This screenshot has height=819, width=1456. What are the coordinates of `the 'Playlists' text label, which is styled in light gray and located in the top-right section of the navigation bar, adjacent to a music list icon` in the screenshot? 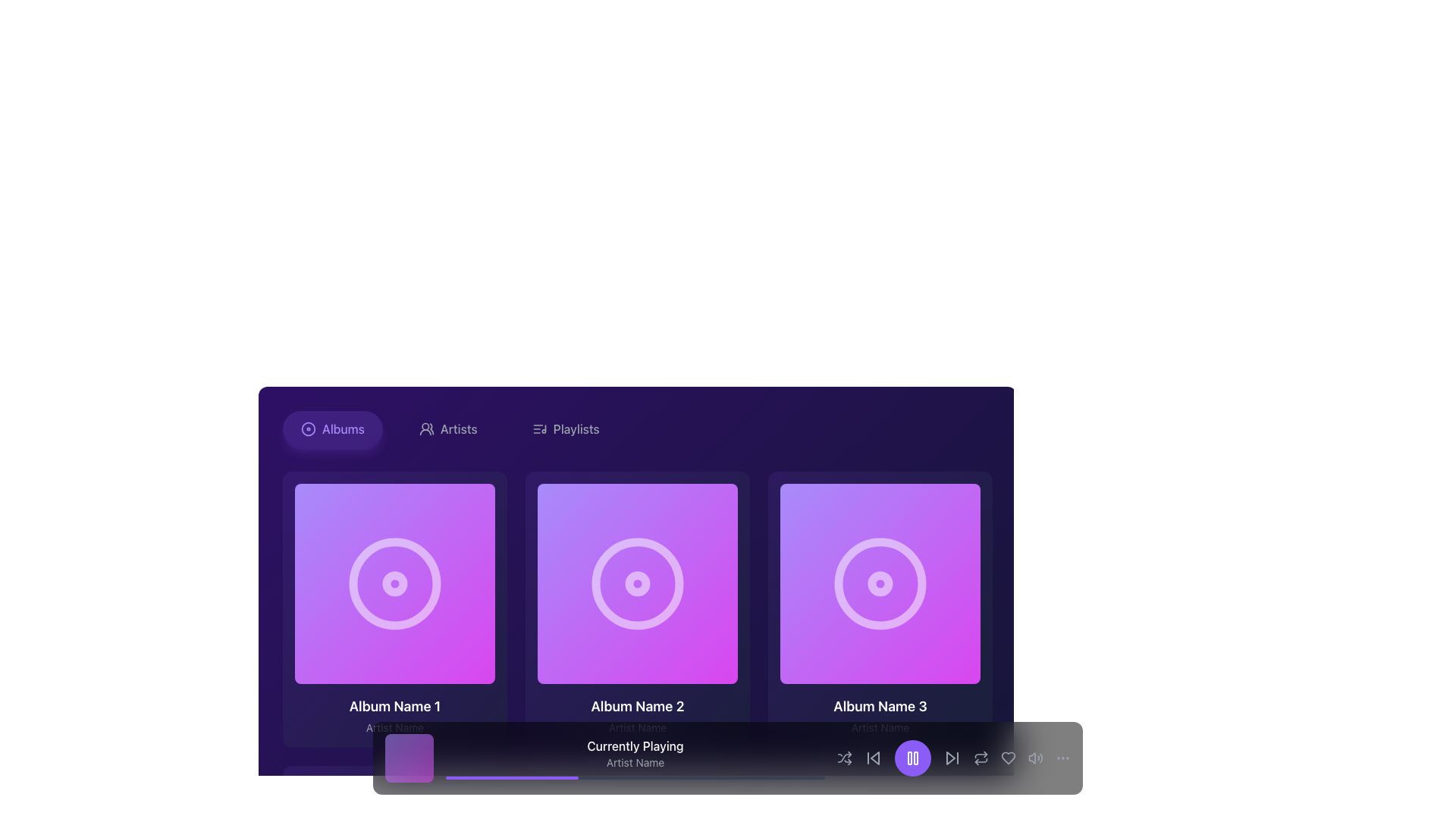 It's located at (576, 429).